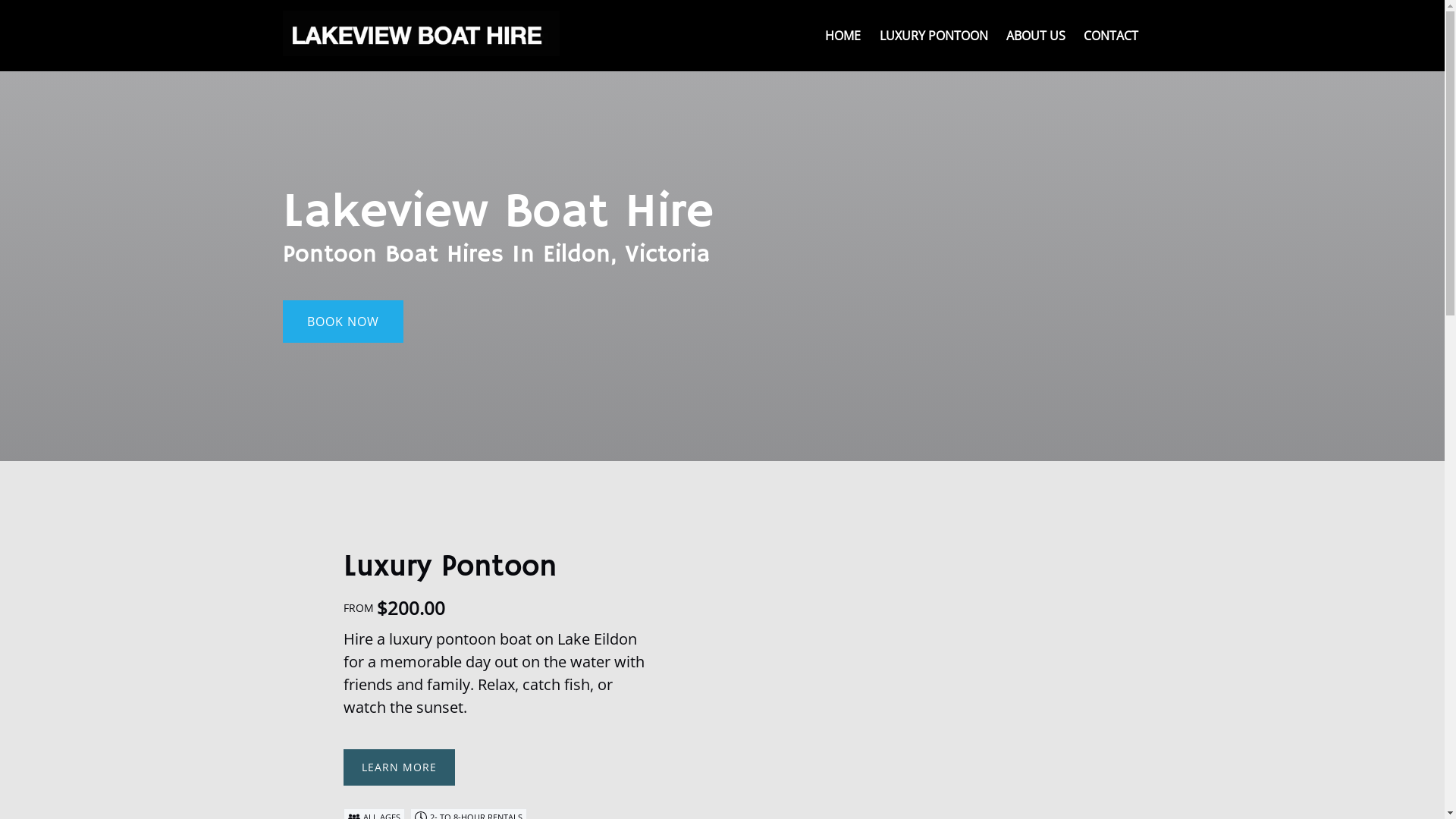 The width and height of the screenshot is (1456, 819). I want to click on 'HOME', so click(814, 34).